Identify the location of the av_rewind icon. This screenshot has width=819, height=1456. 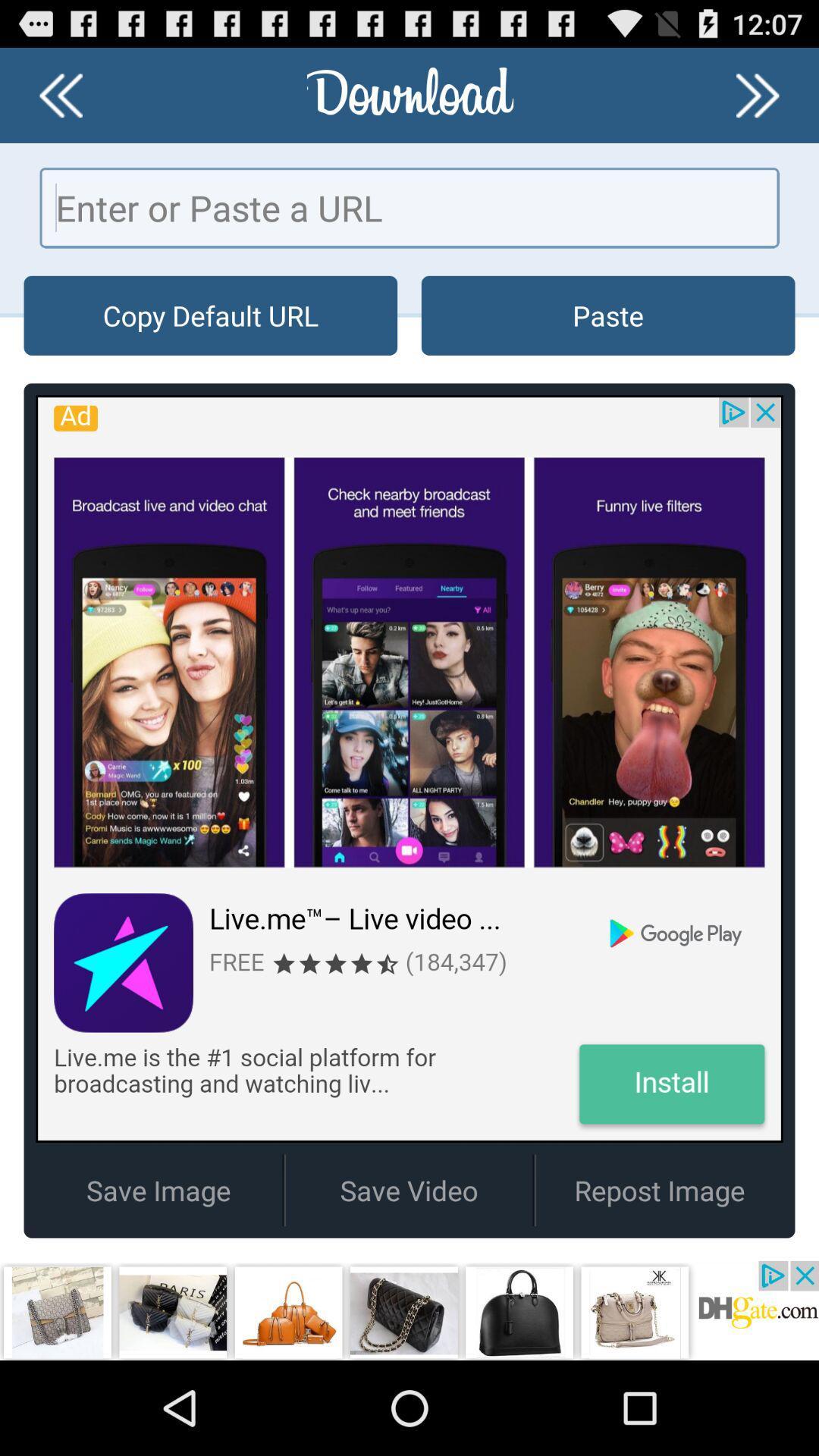
(60, 101).